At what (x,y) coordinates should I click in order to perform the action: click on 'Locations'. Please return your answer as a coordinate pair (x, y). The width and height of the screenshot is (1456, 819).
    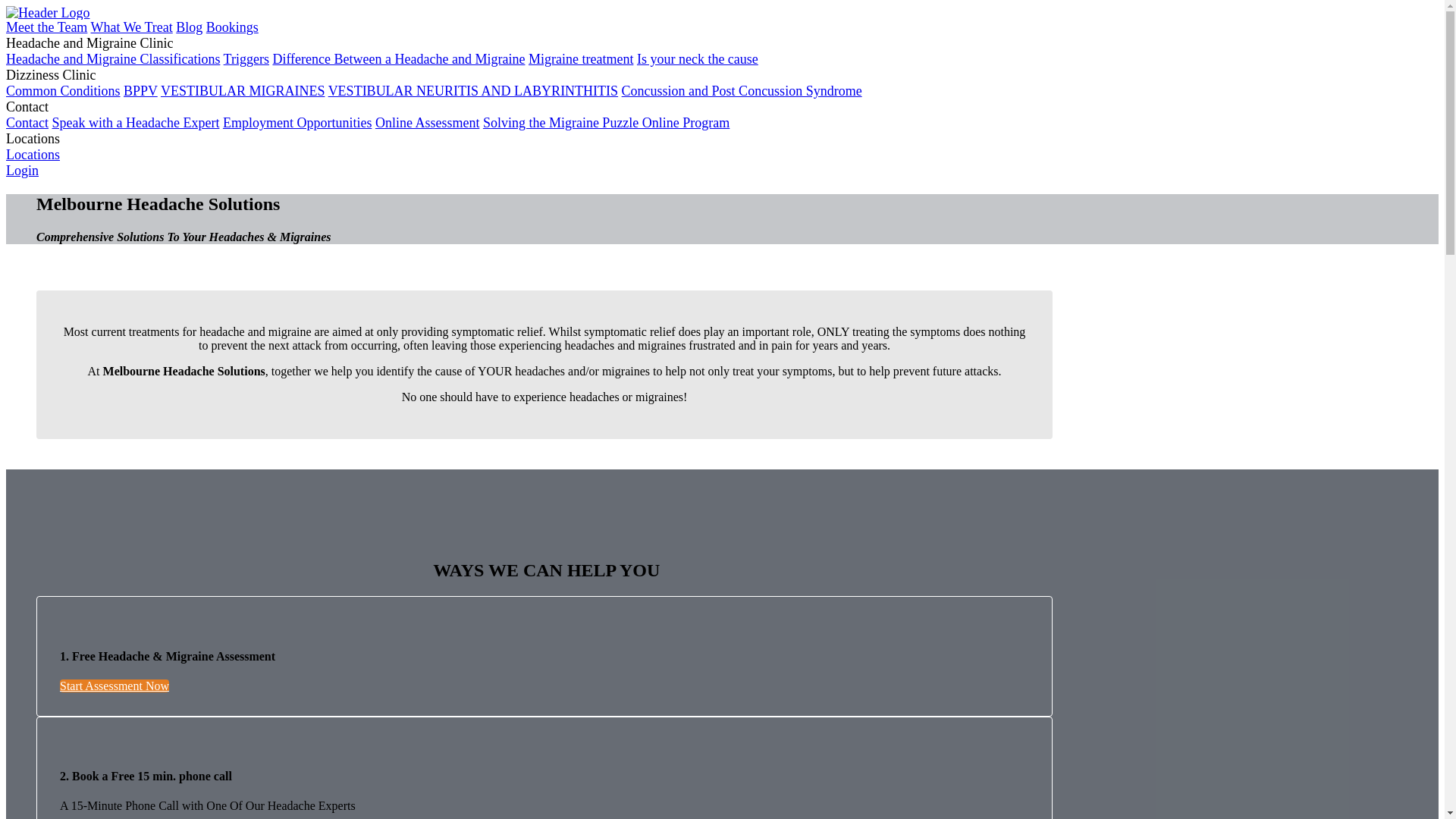
    Looking at the image, I should click on (33, 155).